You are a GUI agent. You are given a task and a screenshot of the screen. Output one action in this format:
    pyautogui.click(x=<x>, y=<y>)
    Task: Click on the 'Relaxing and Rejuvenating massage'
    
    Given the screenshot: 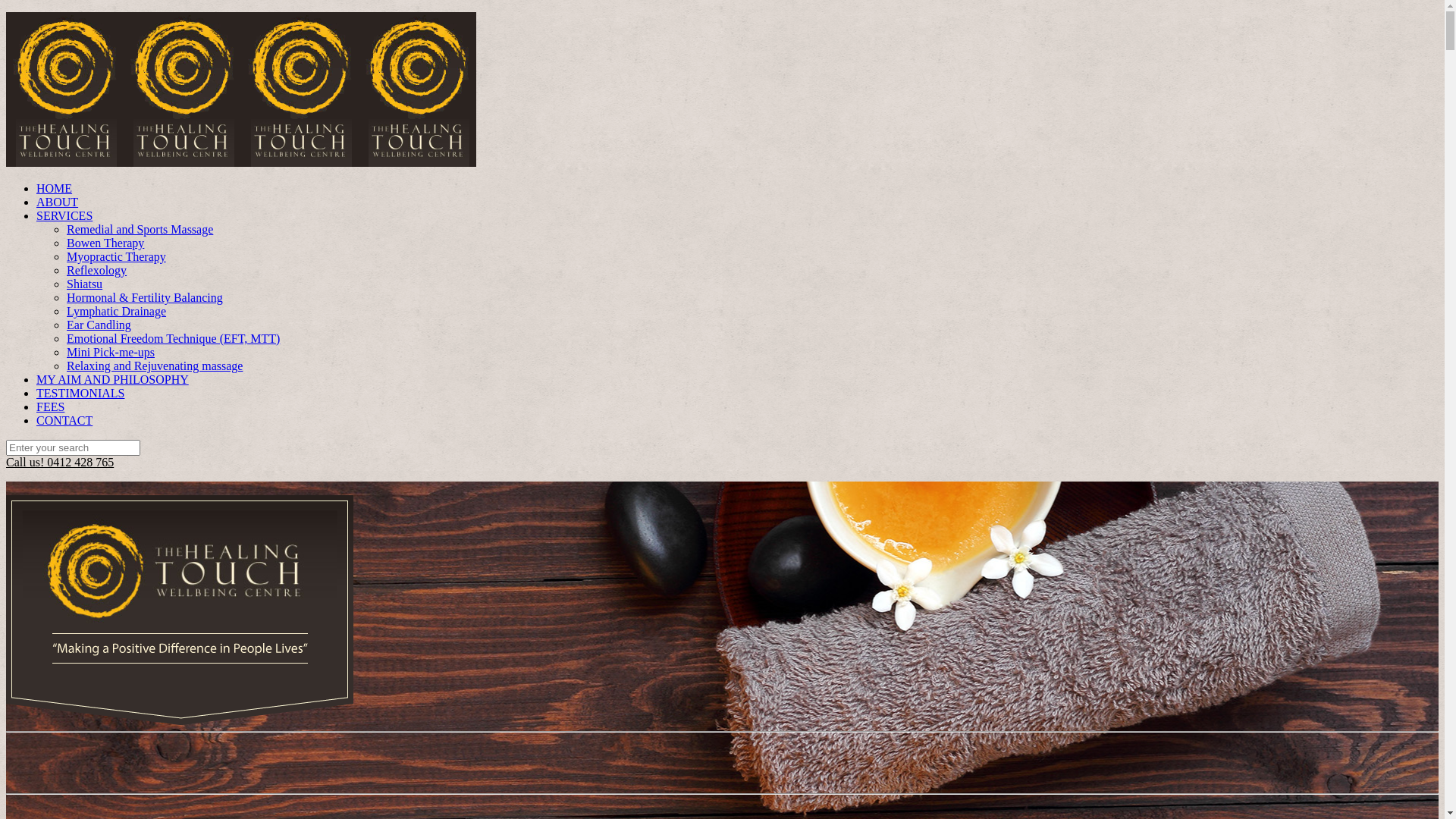 What is the action you would take?
    pyautogui.click(x=154, y=366)
    